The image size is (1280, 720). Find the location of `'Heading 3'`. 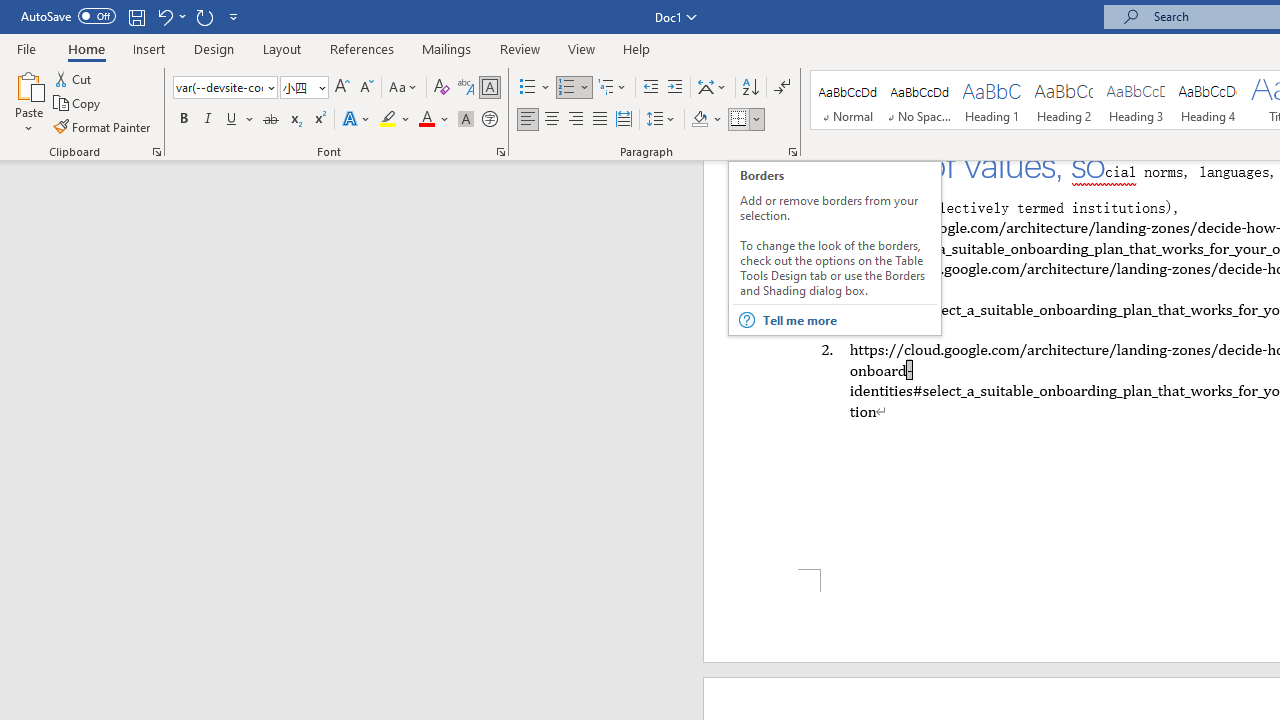

'Heading 3' is located at coordinates (1136, 100).